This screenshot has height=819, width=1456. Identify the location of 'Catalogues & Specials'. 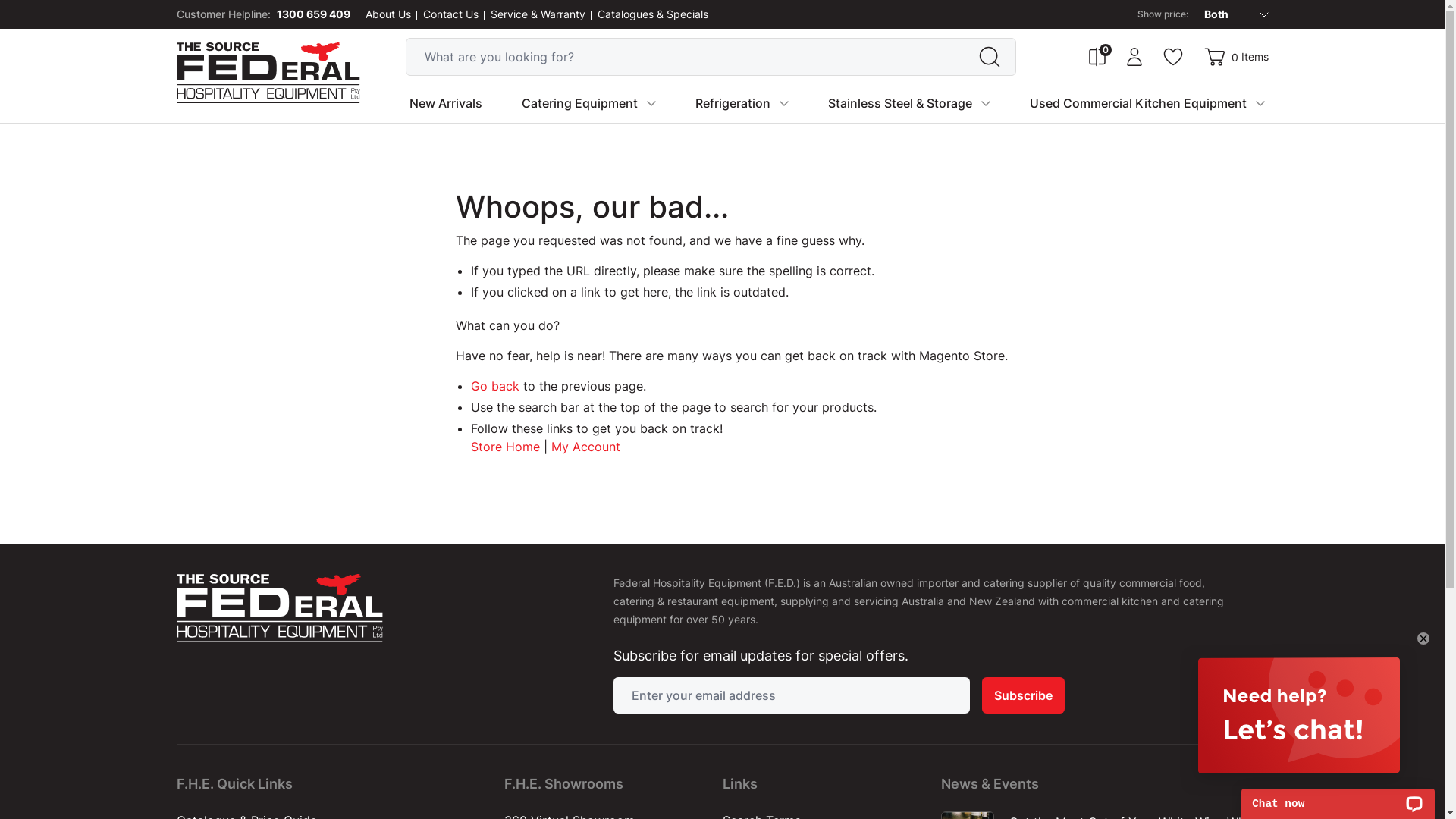
(652, 14).